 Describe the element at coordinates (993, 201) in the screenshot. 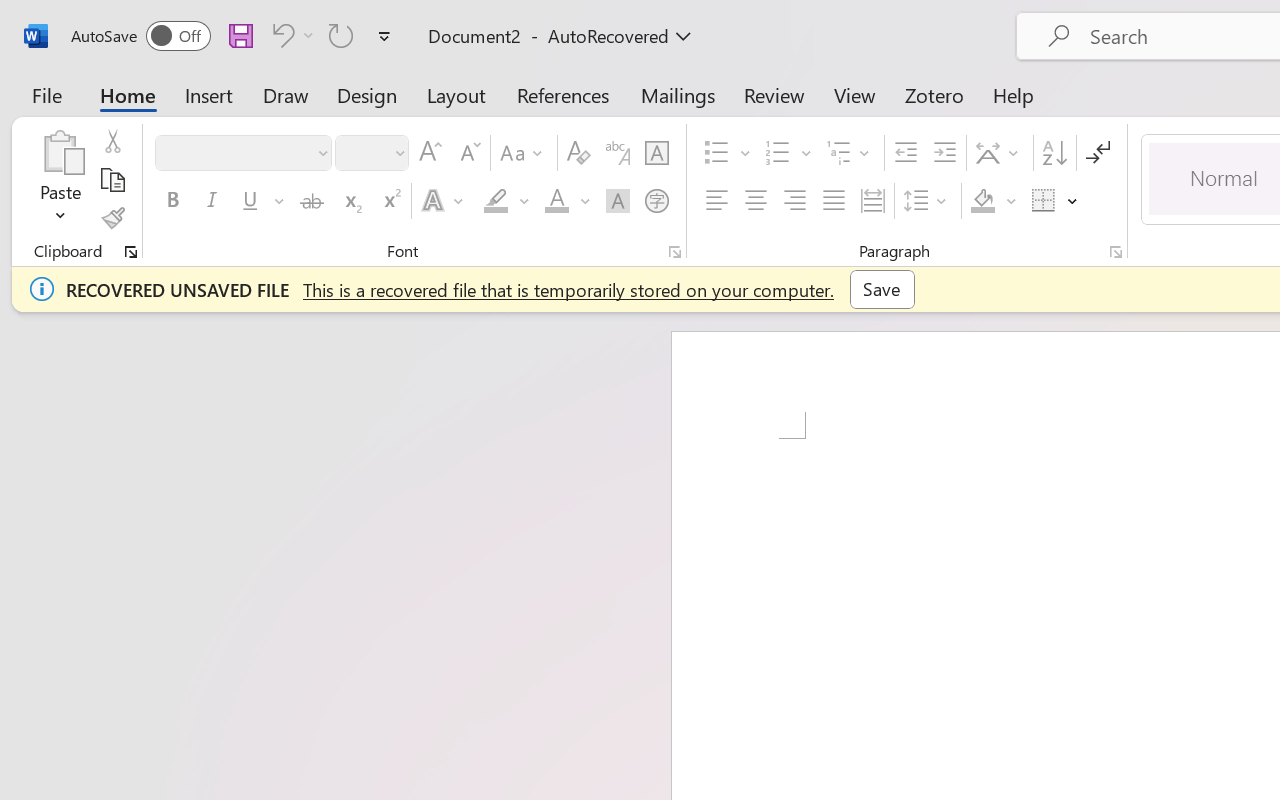

I see `'Shading'` at that location.